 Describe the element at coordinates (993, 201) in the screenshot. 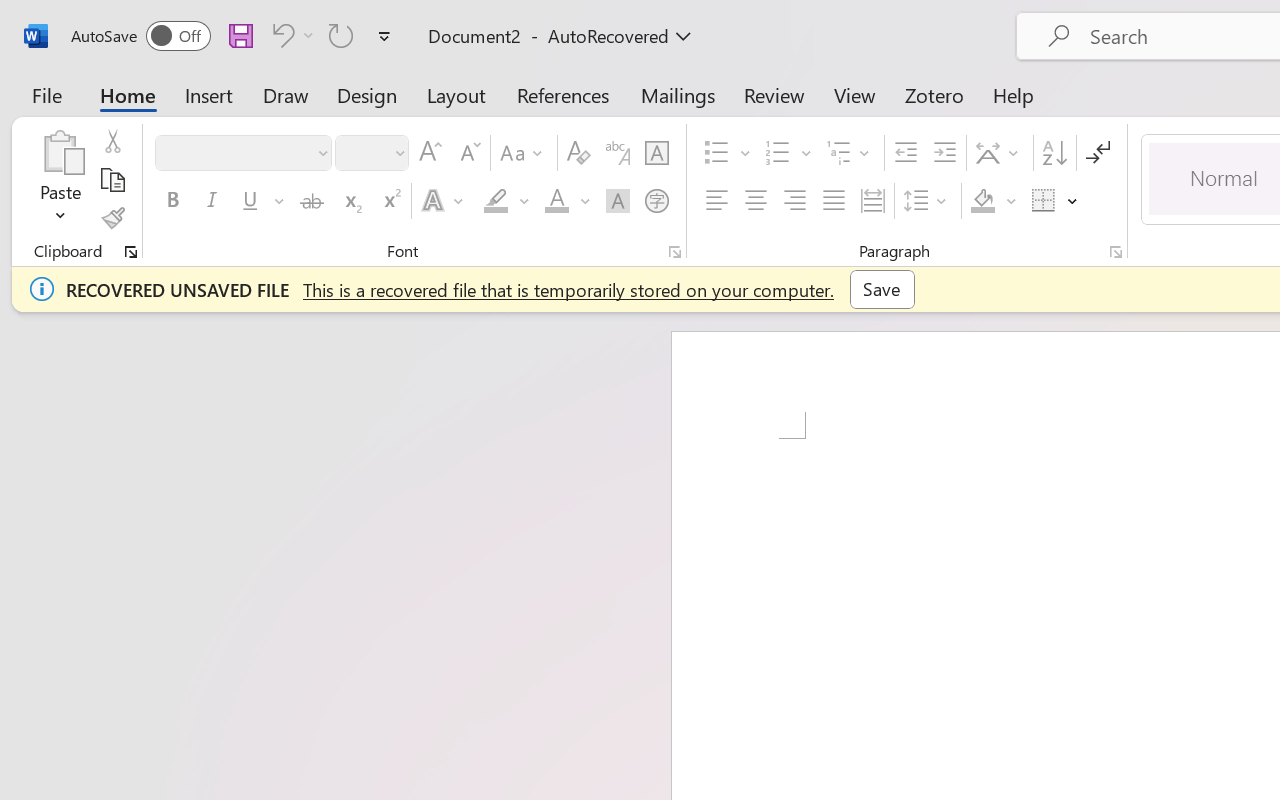

I see `'Shading'` at that location.